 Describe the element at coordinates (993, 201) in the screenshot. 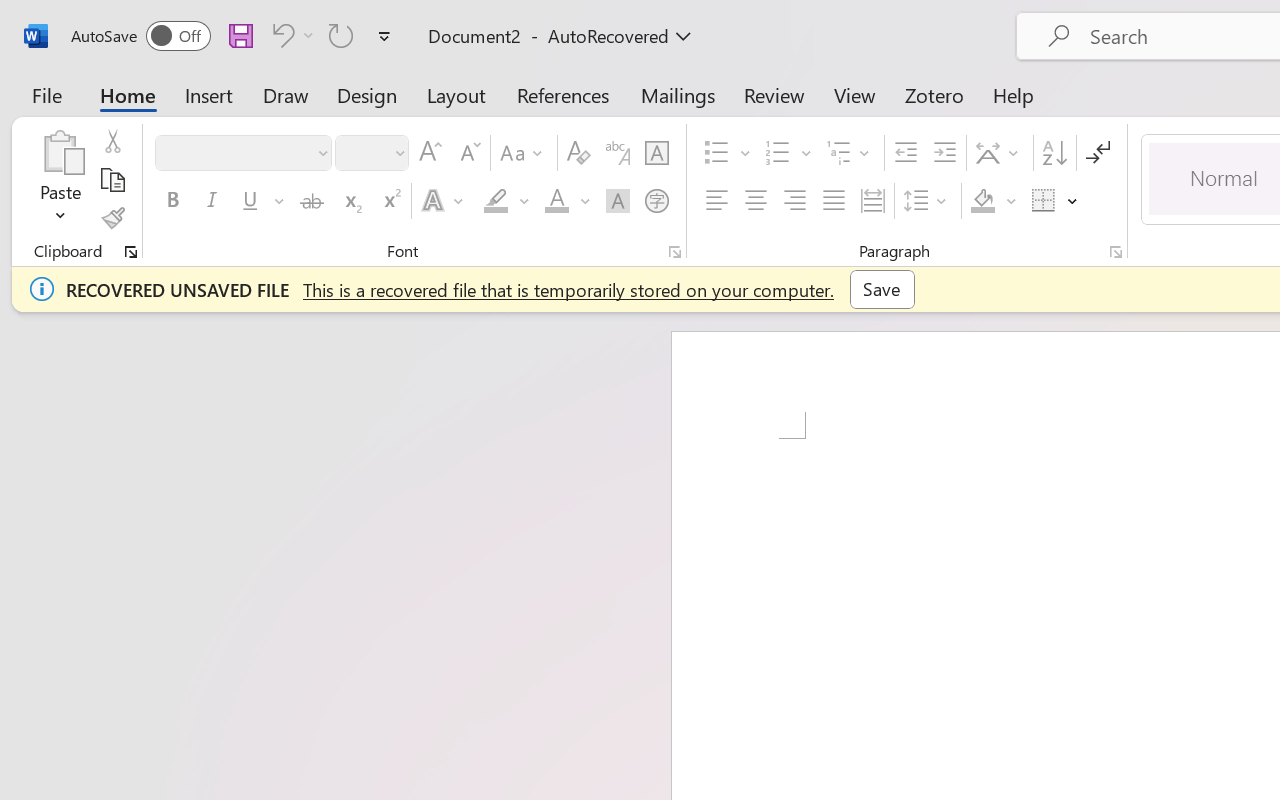

I see `'Shading'` at that location.